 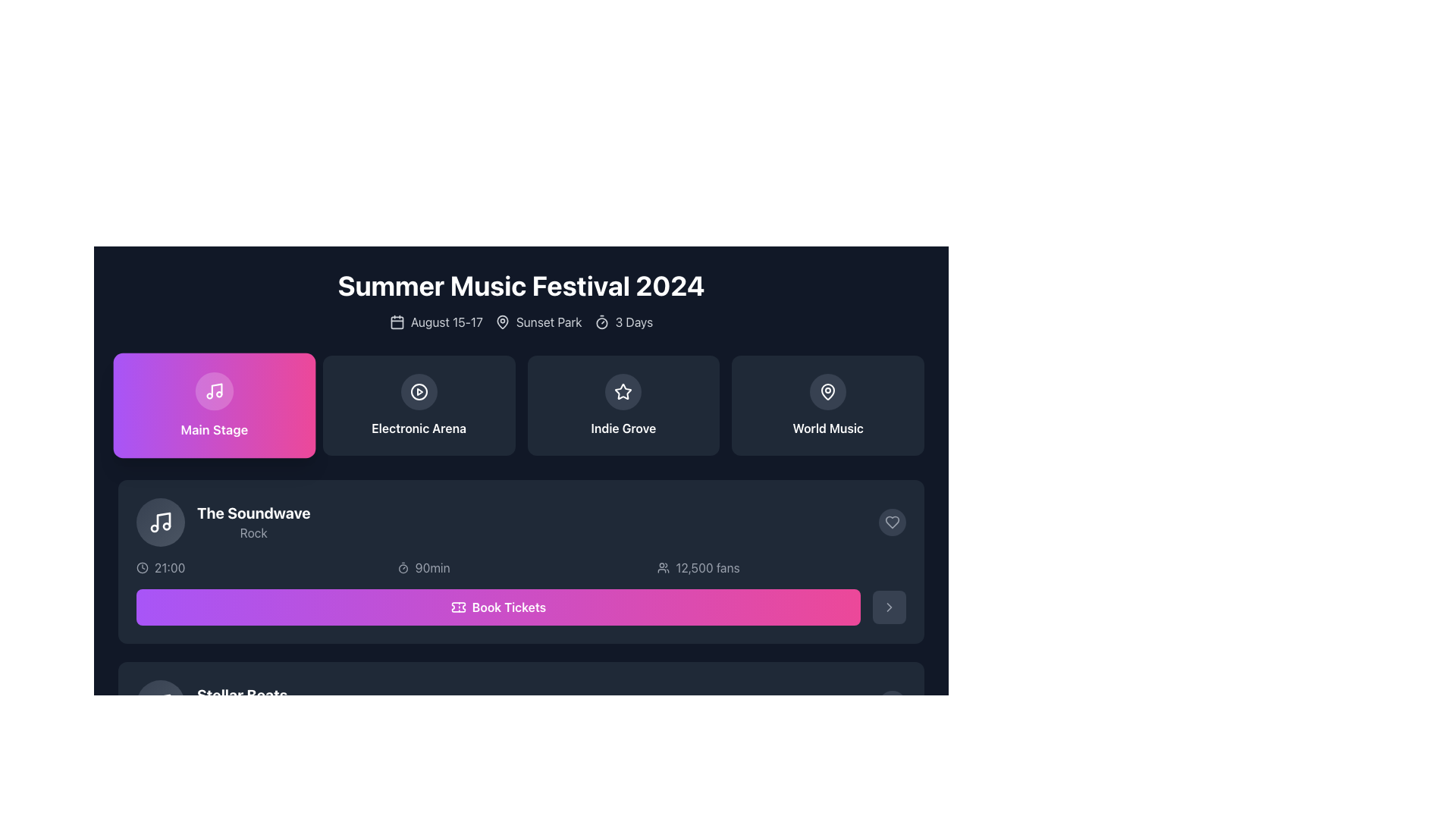 I want to click on the music icon inside the first circular button in the horizontal navigation bar at the top, so click(x=213, y=391).